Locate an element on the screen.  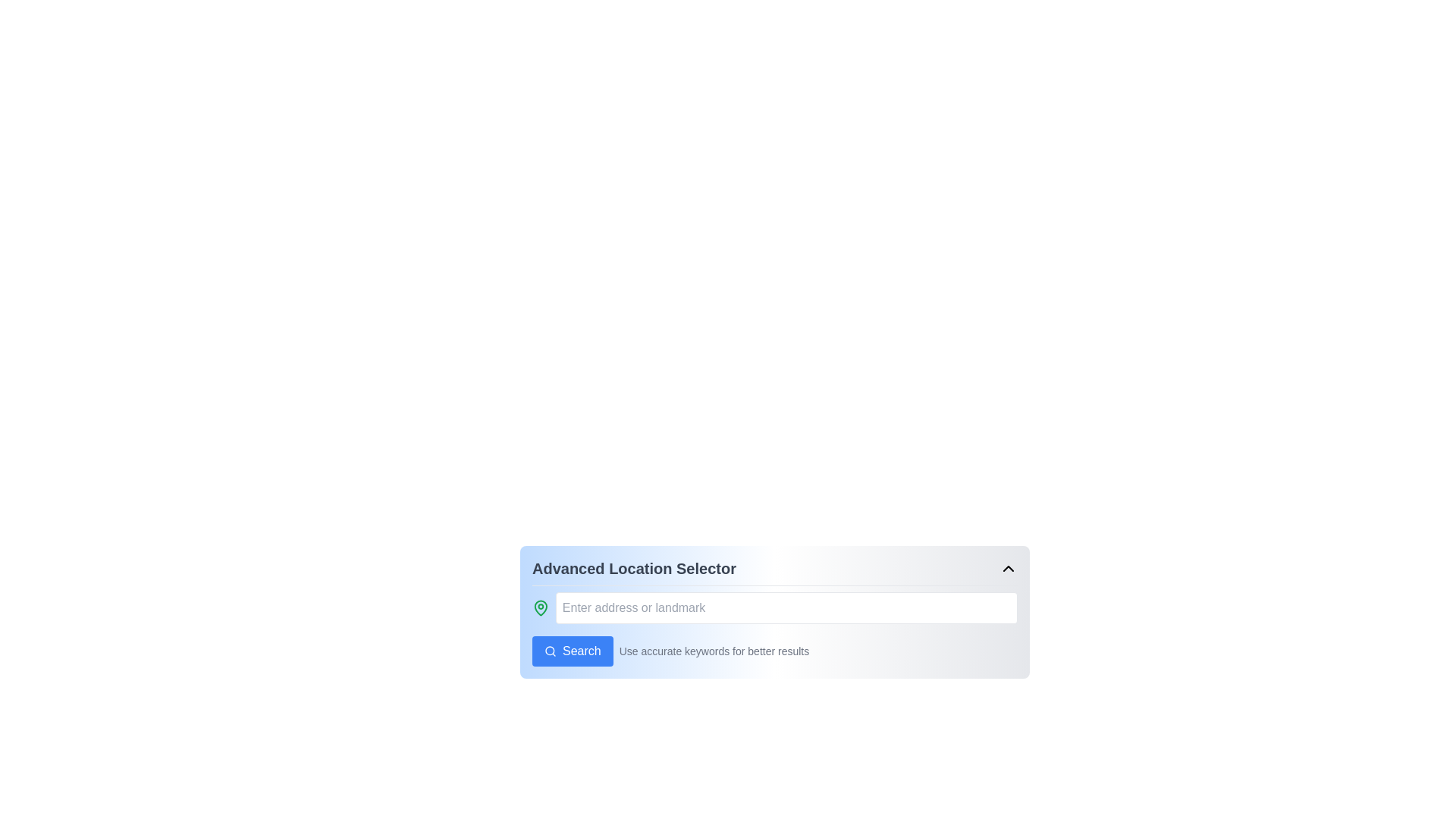
the blue 'Search' button that contains the magnifying glass icon is located at coordinates (549, 651).